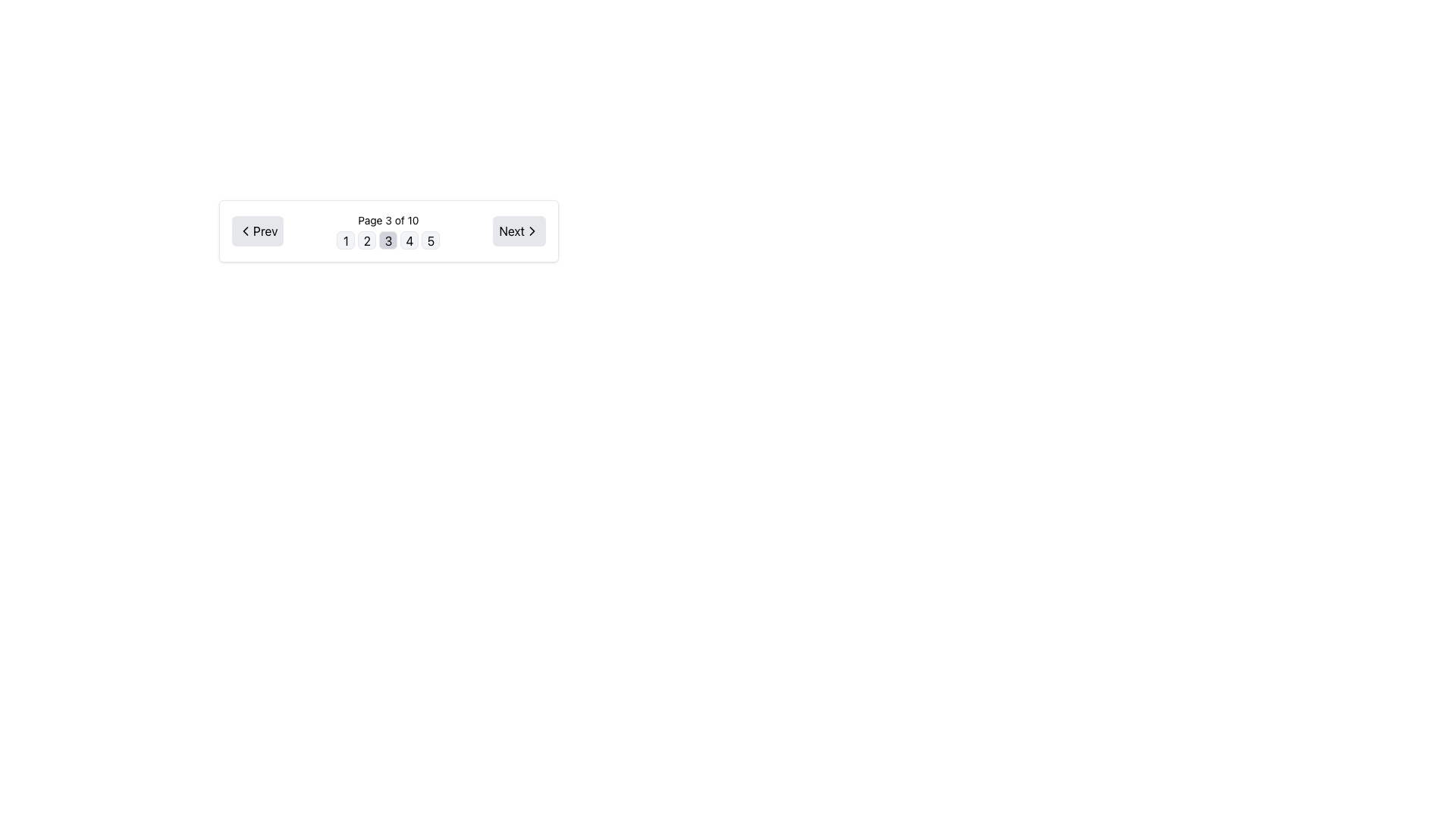 This screenshot has width=1456, height=819. I want to click on the pagination button located at the far-right end of the pagination control, so click(519, 231).